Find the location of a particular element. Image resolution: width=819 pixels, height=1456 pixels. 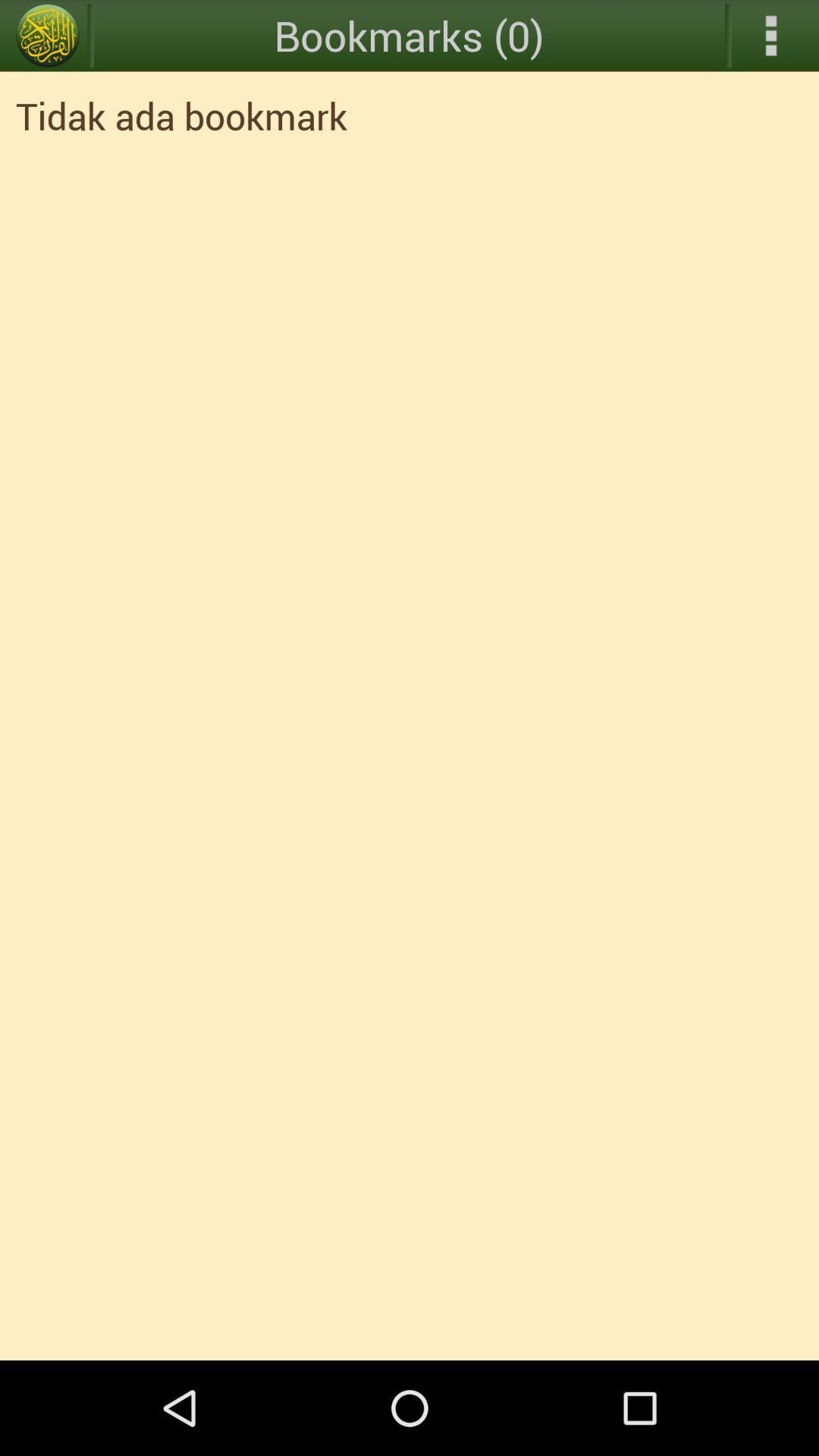

returns to homepage is located at coordinates (46, 36).